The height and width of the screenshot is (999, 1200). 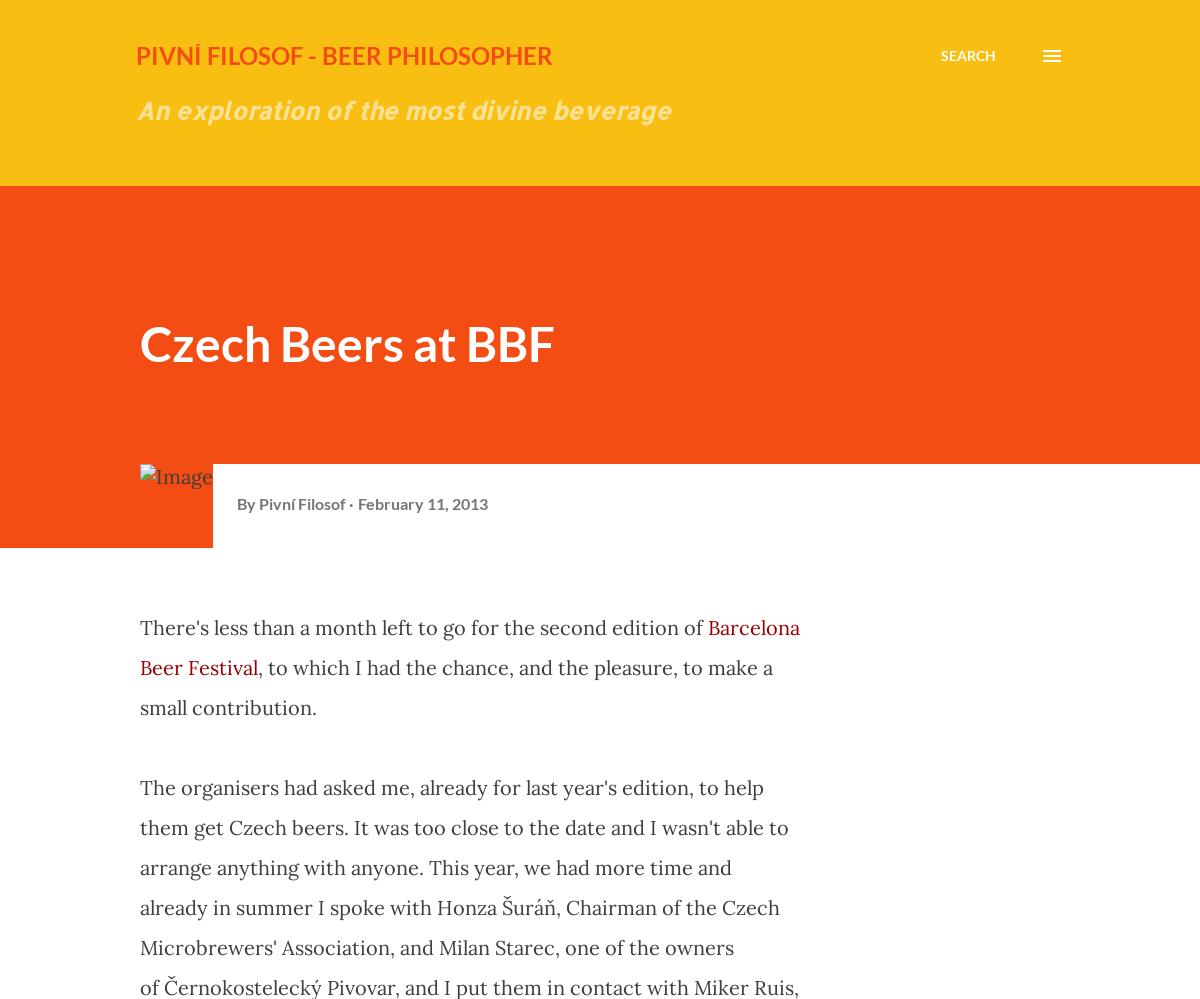 I want to click on 'Pivní Filosof - Beer Philosopher', so click(x=344, y=55).